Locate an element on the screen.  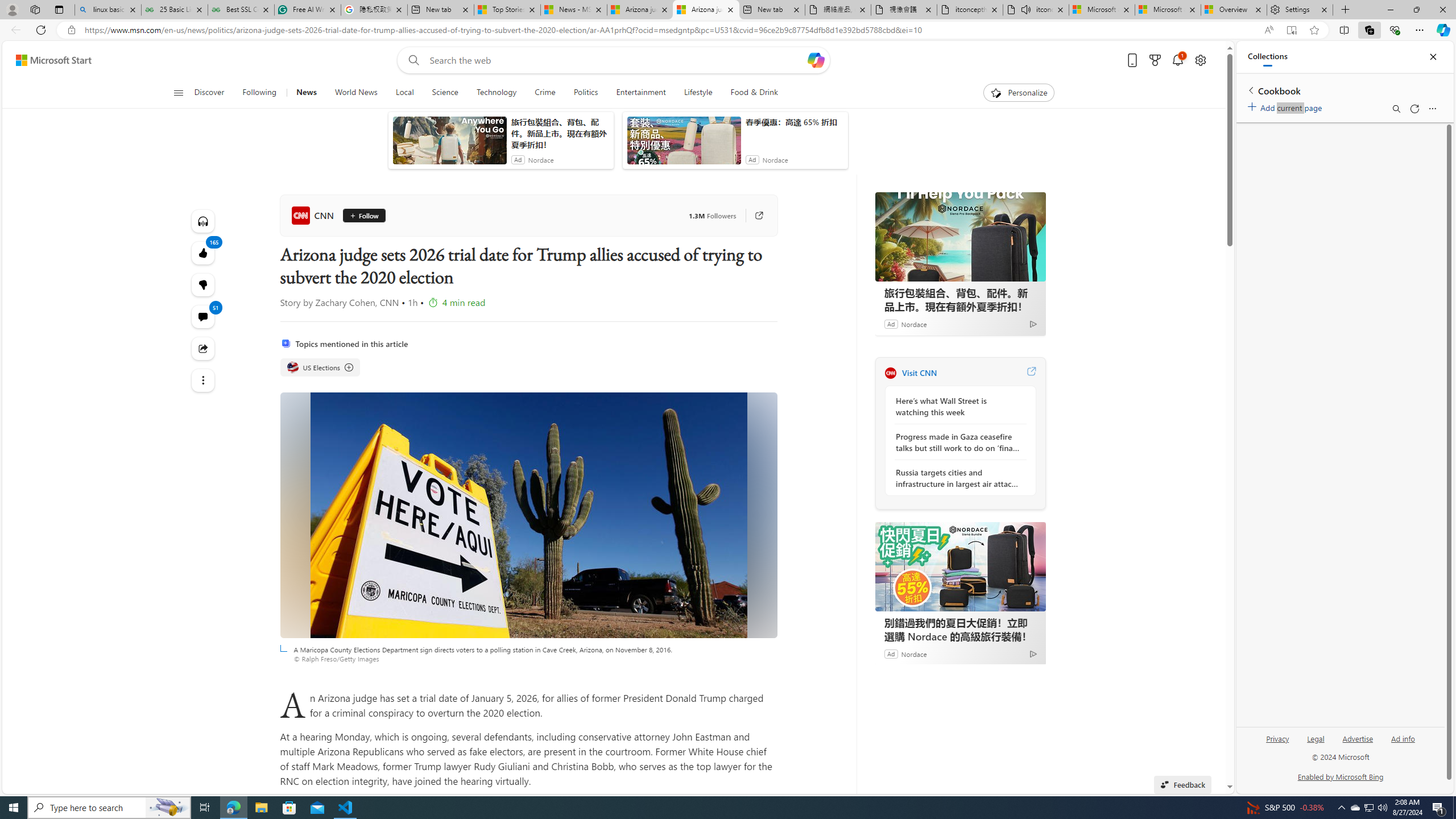
'Go to publisher' is located at coordinates (752, 216).